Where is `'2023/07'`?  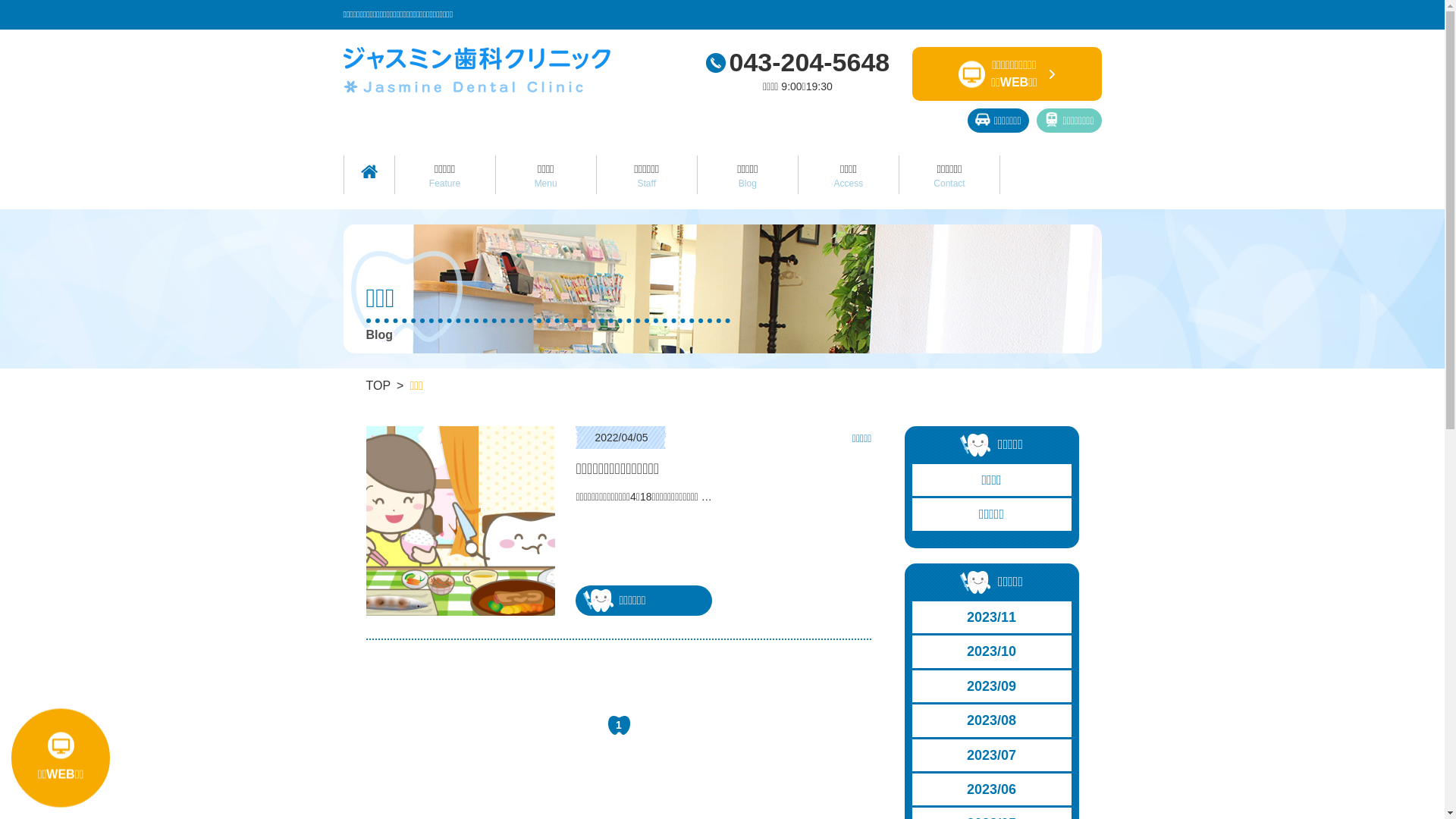 '2023/07' is located at coordinates (992, 755).